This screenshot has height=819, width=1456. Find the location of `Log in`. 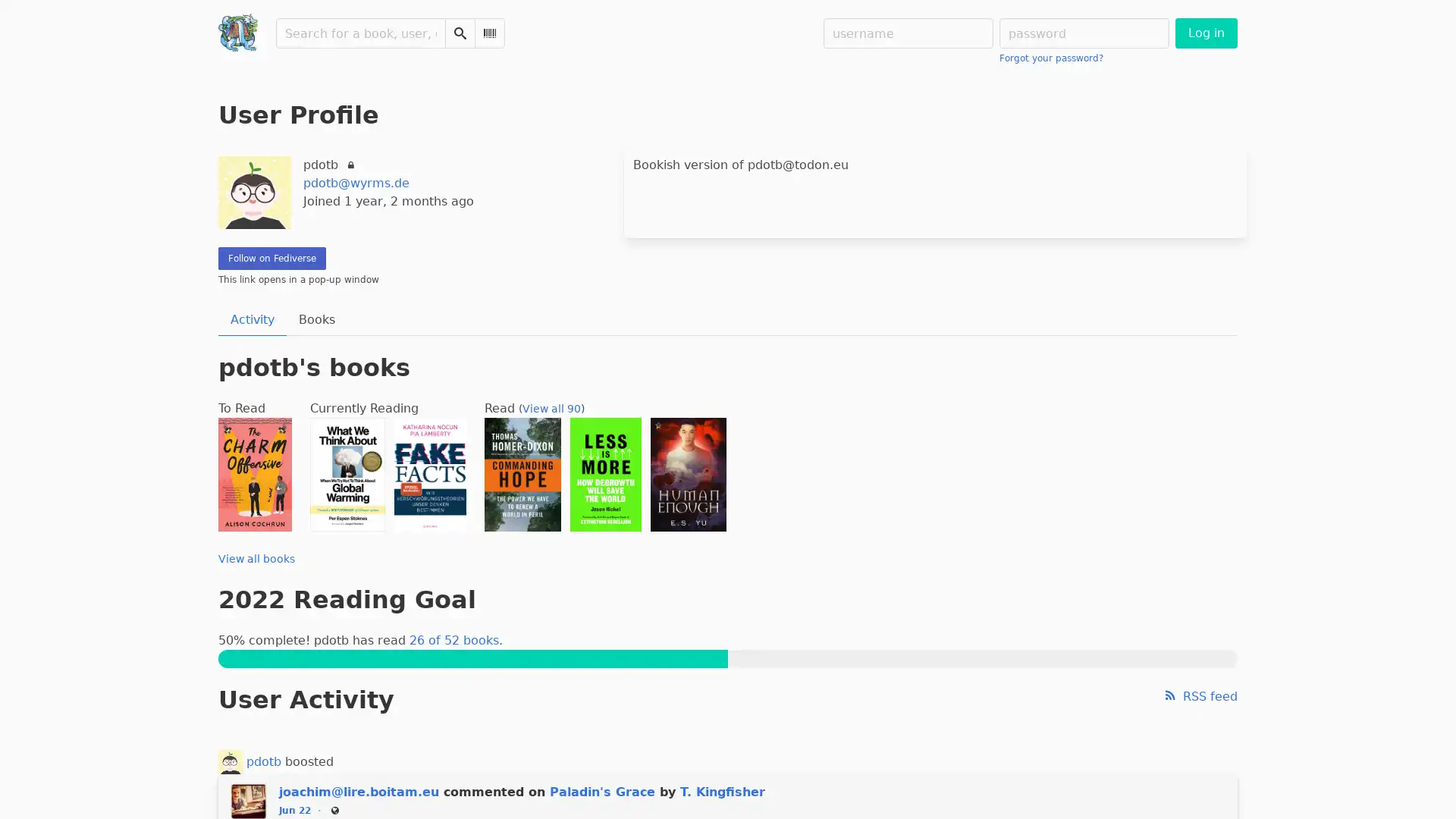

Log in is located at coordinates (1205, 33).